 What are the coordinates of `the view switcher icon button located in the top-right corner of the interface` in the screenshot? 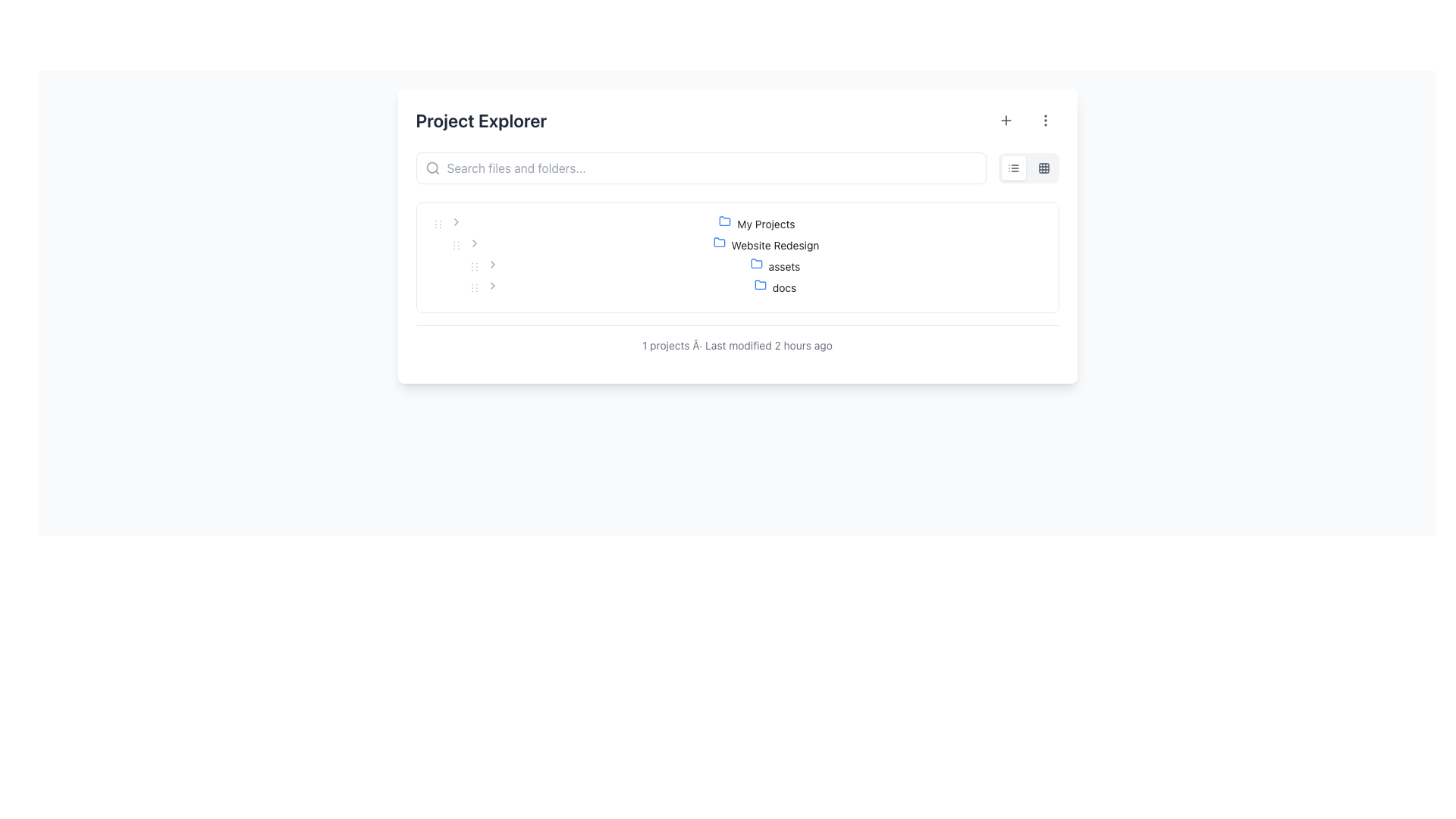 It's located at (1043, 168).